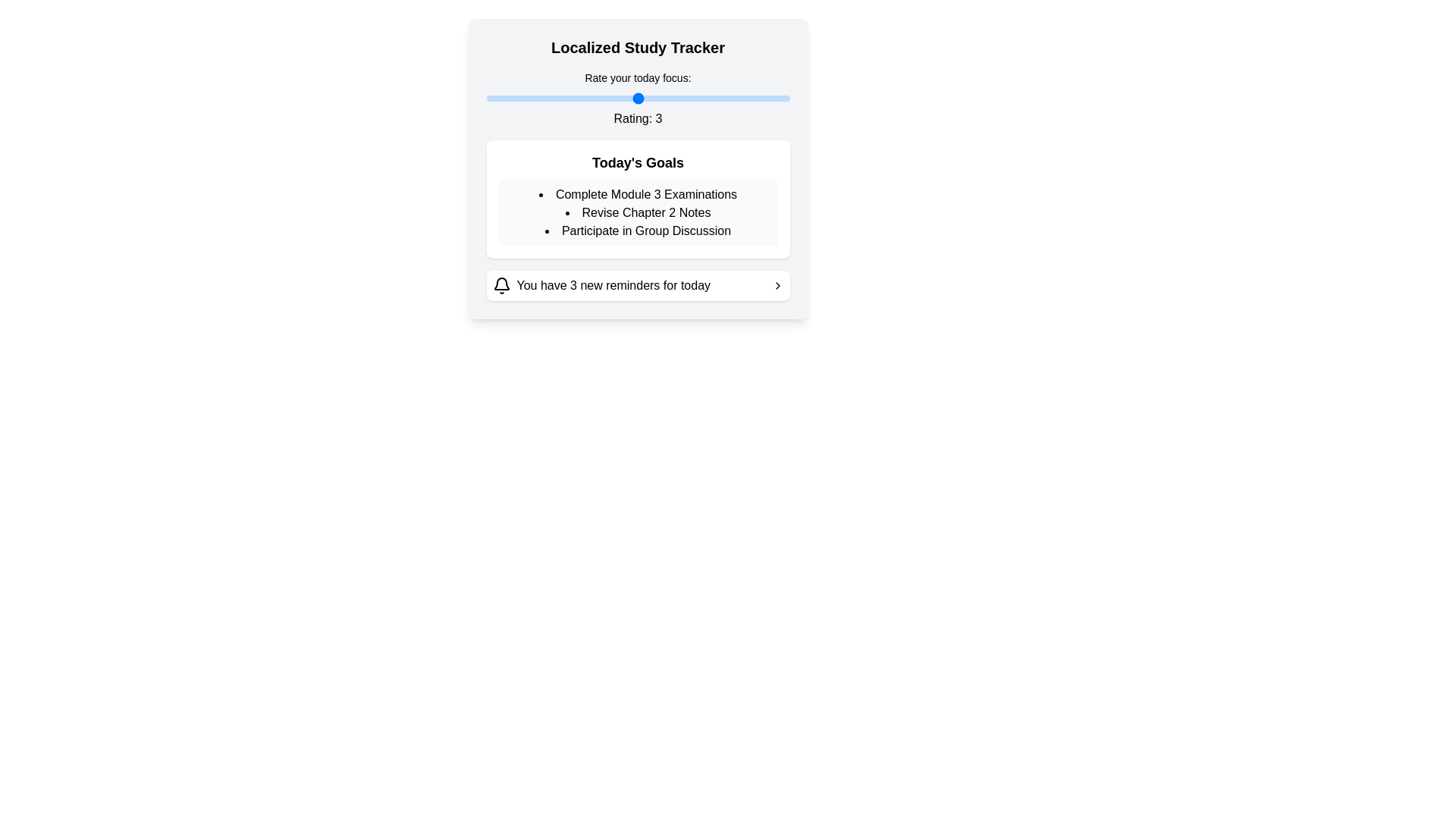 This screenshot has height=819, width=1456. I want to click on the bullet-point list with a light gray background containing three entries: 'Complete Module 3 Examinations,' 'Revise Chapter 2 Notes,' and 'Participate in Group Discussion,' located beneath the section heading 'Today's Goals.', so click(638, 213).